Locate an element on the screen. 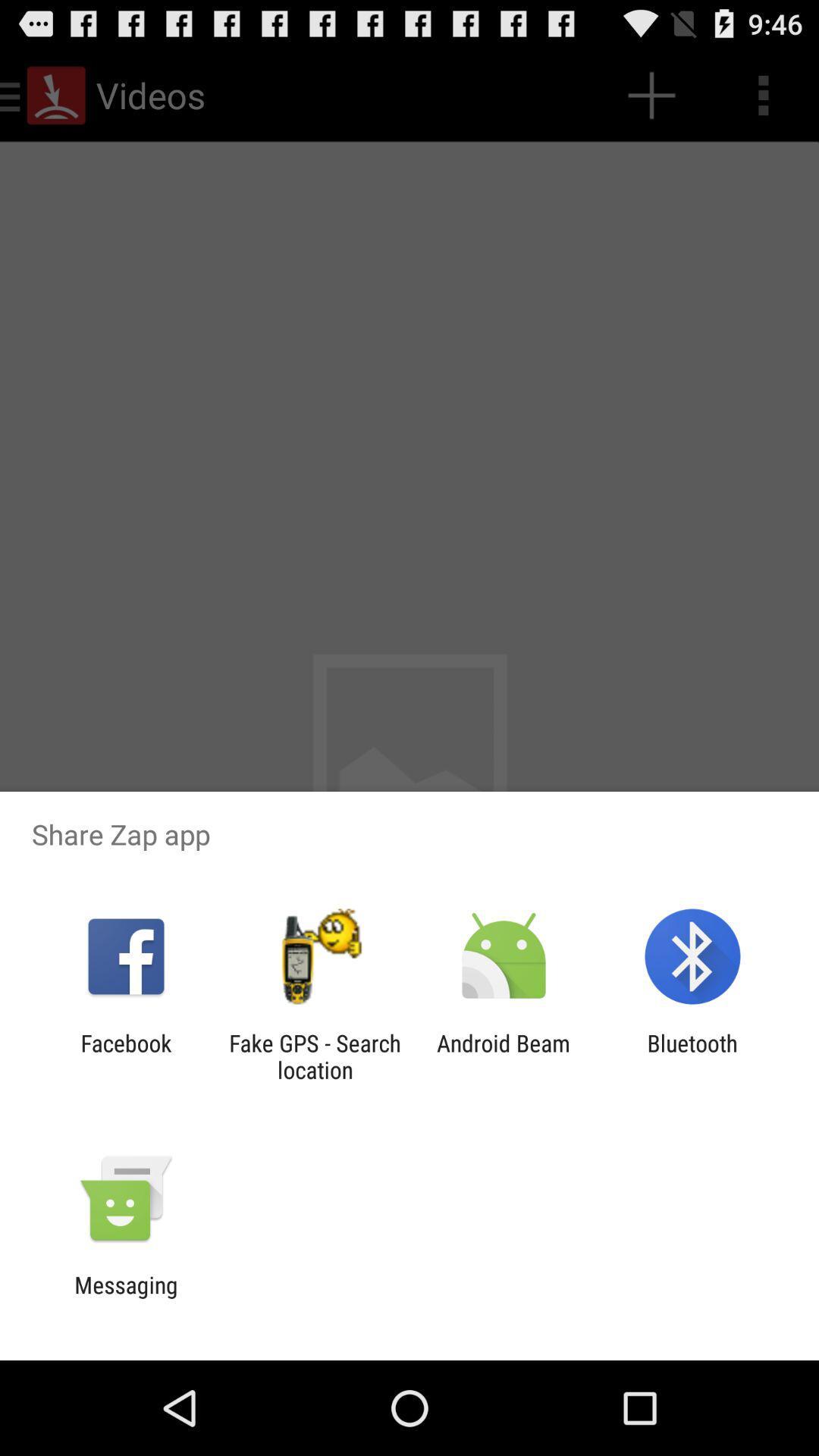  fake gps search icon is located at coordinates (314, 1056).